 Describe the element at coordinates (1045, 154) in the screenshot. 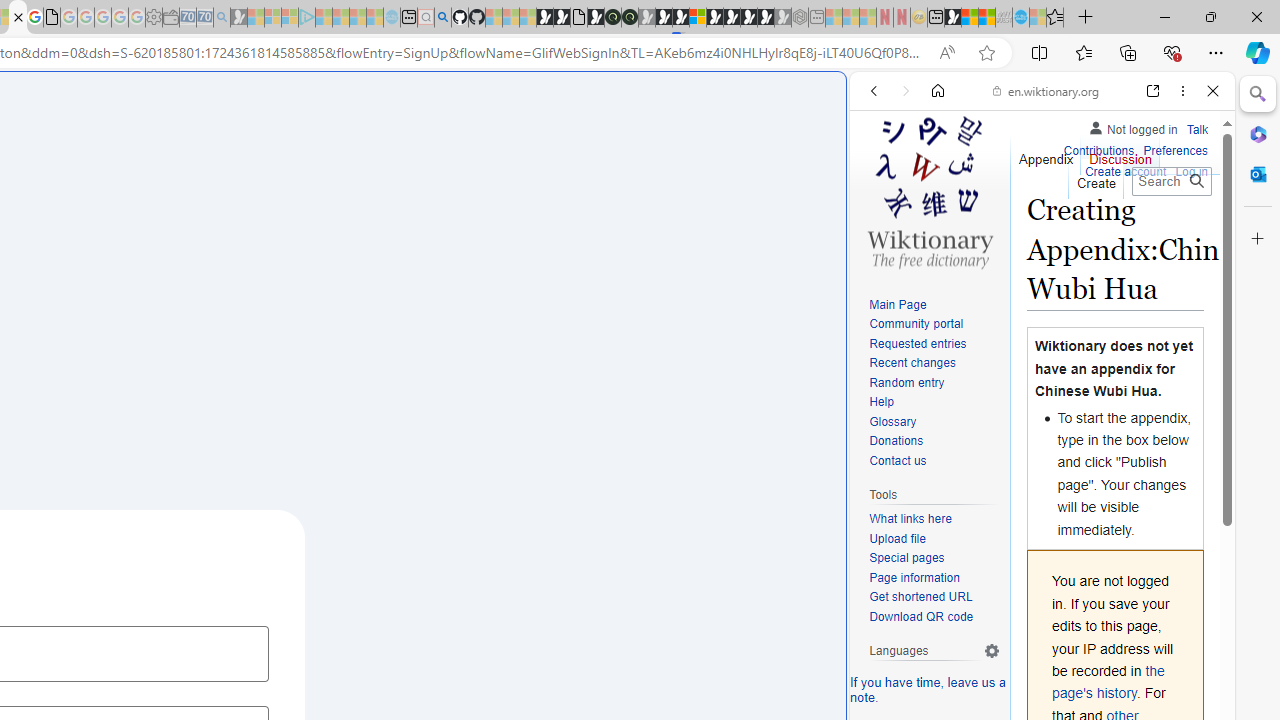

I see `'Appendix'` at that location.